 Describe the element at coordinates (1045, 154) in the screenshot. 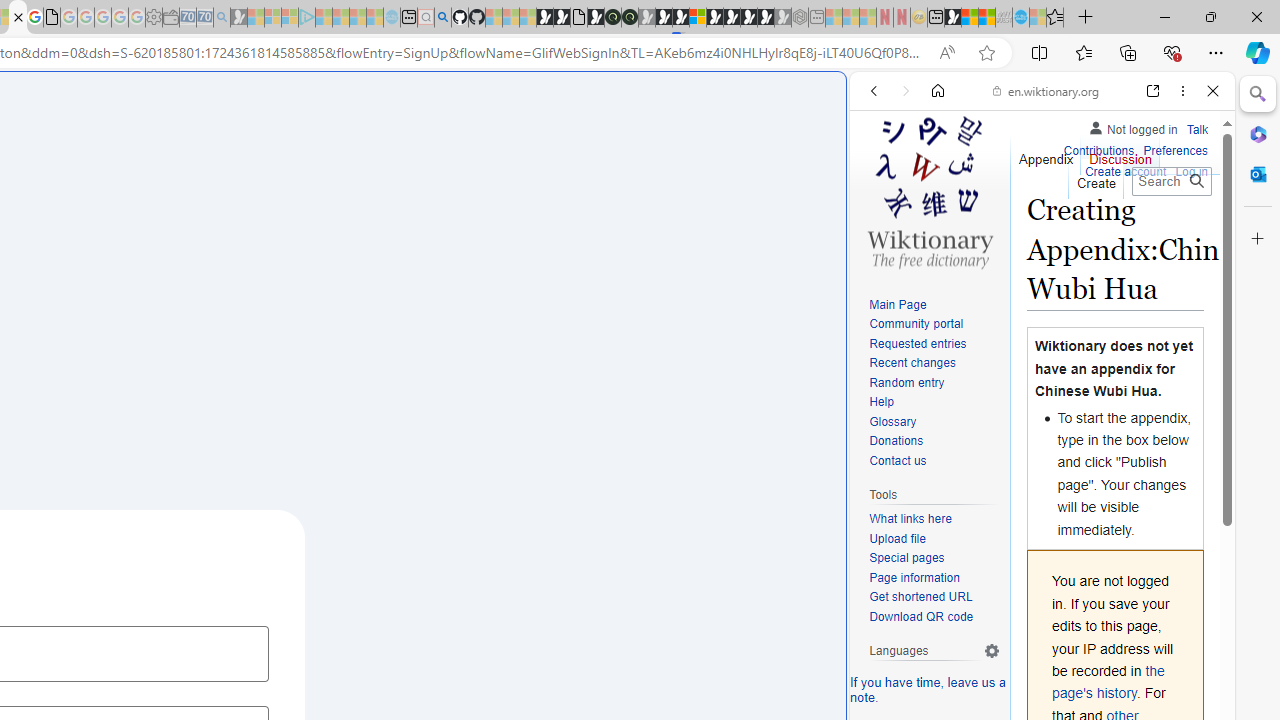

I see `'Appendix'` at that location.